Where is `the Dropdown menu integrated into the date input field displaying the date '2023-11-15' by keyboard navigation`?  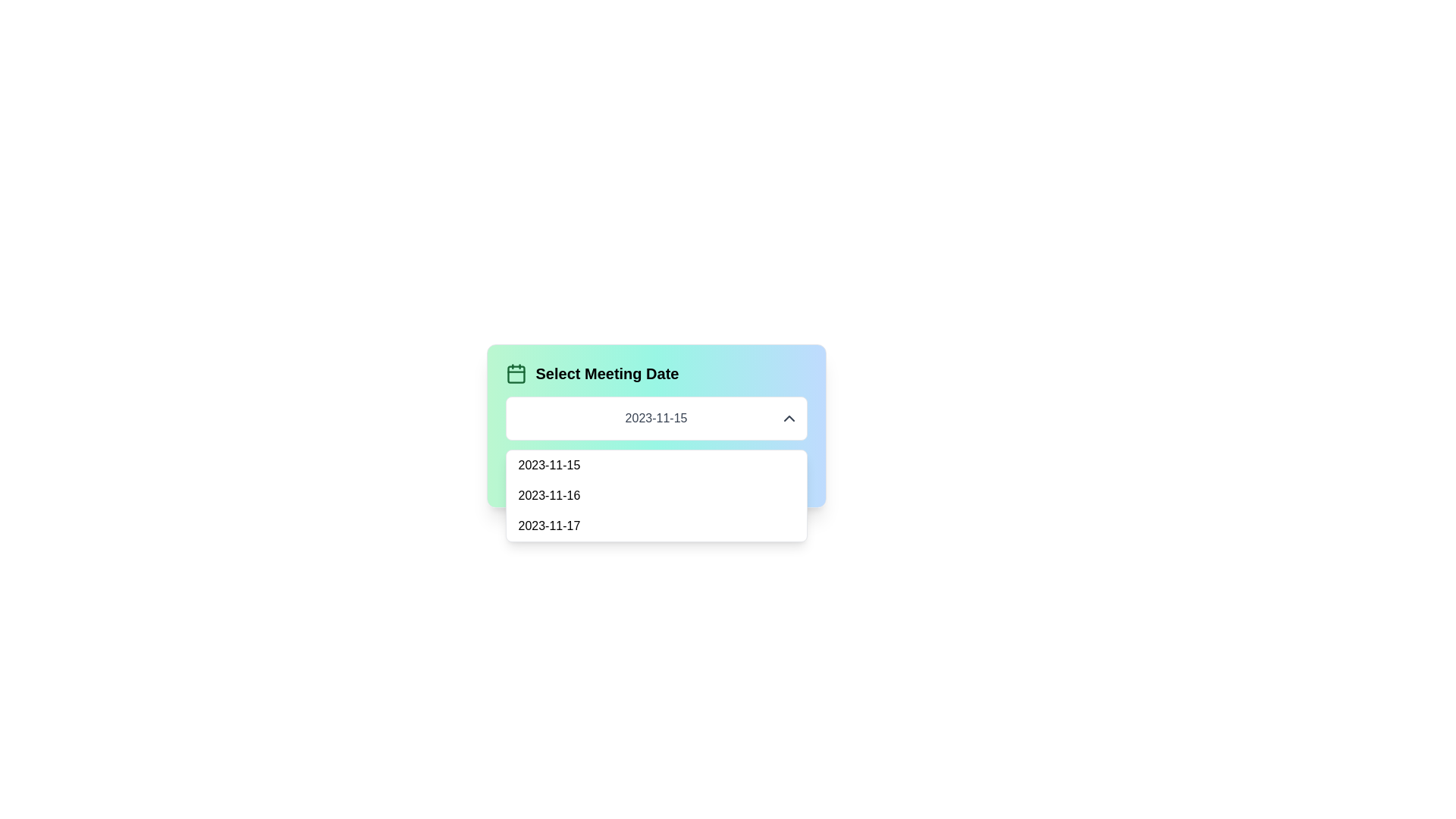
the Dropdown menu integrated into the date input field displaying the date '2023-11-15' by keyboard navigation is located at coordinates (656, 418).